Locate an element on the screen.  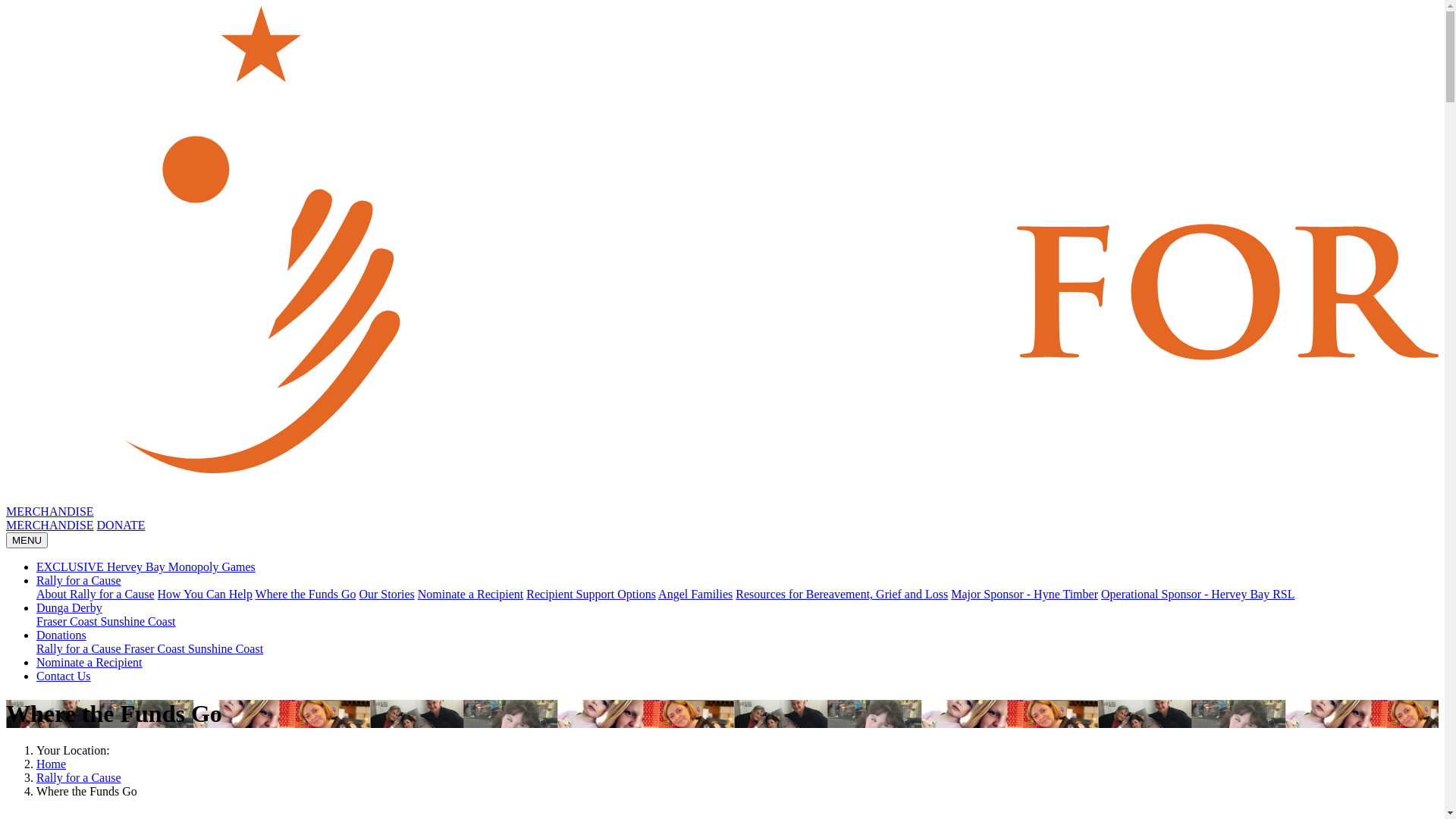
'Where the Funds Go' is located at coordinates (305, 593).